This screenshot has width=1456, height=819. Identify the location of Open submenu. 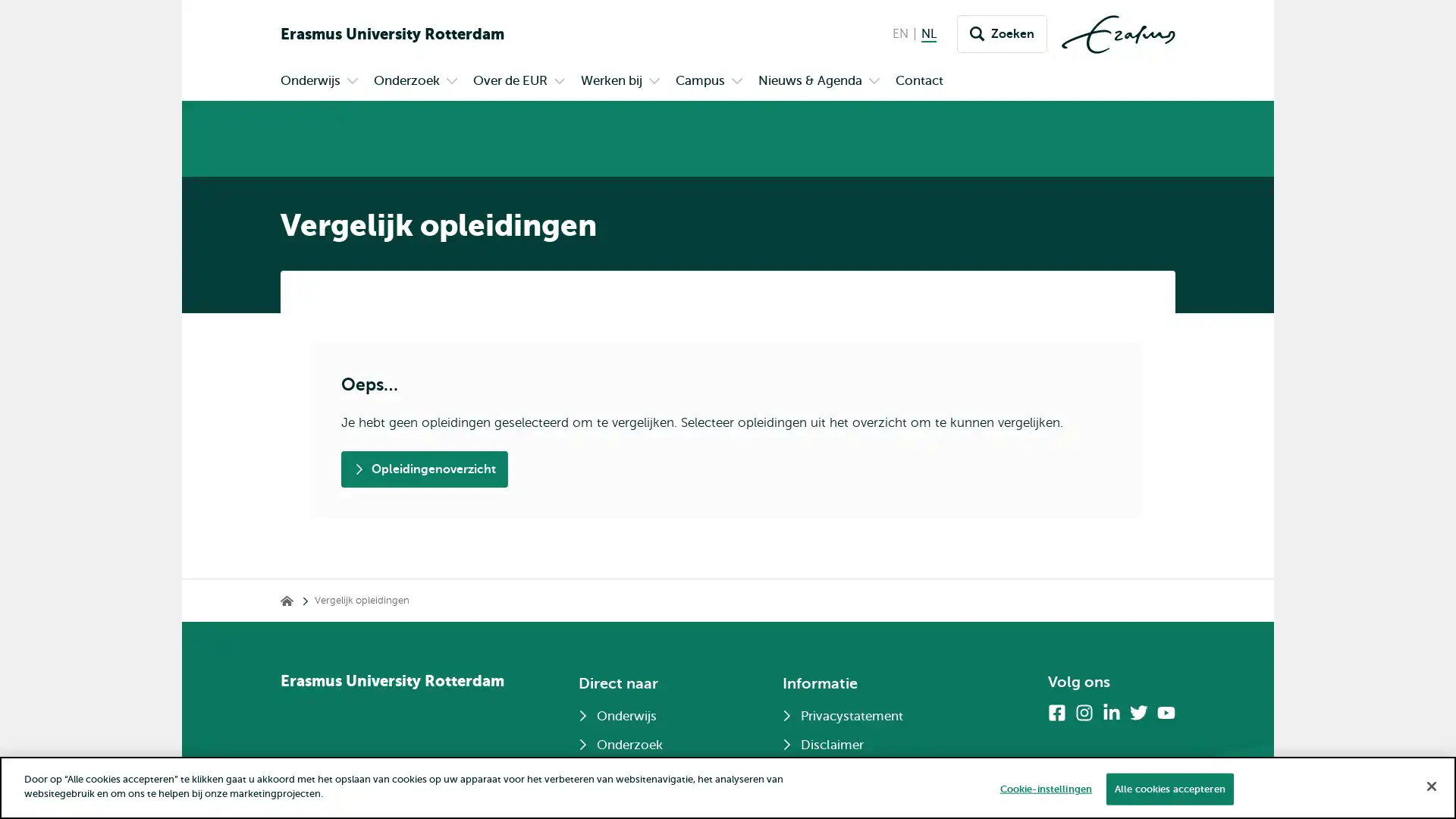
(450, 82).